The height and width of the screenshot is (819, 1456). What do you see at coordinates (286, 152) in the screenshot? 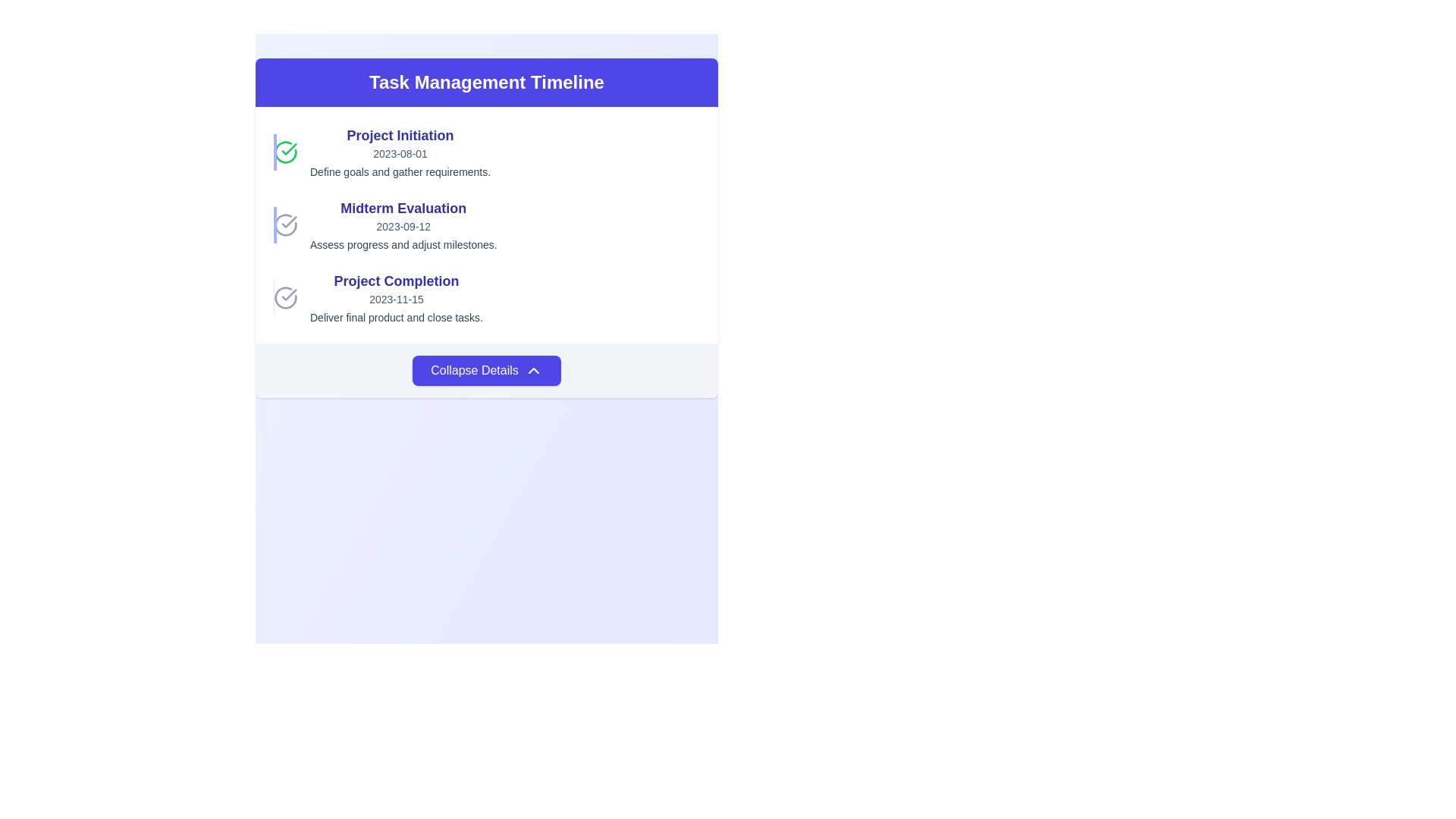
I see `the green circular icon with a checkmark, which is the first item on the left in the task timeline interface next to the 'Project Initiation' title` at bounding box center [286, 152].